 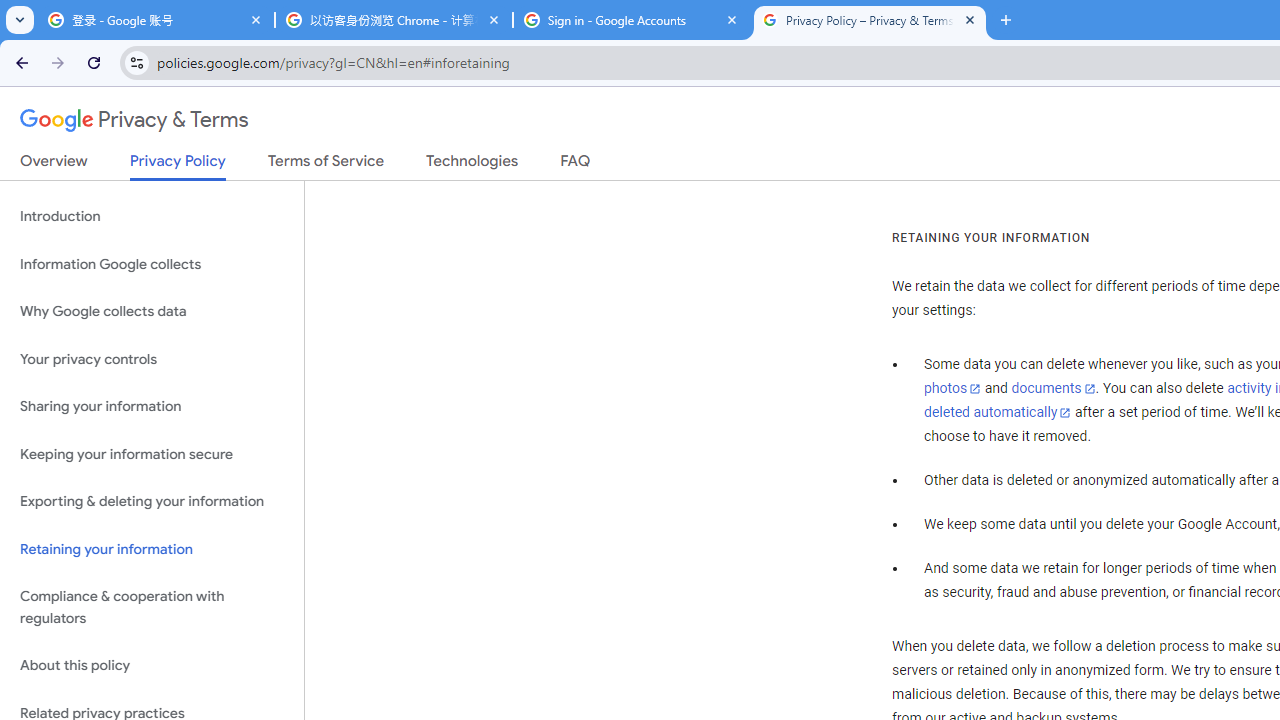 What do you see at coordinates (151, 501) in the screenshot?
I see `'Exporting & deleting your information'` at bounding box center [151, 501].